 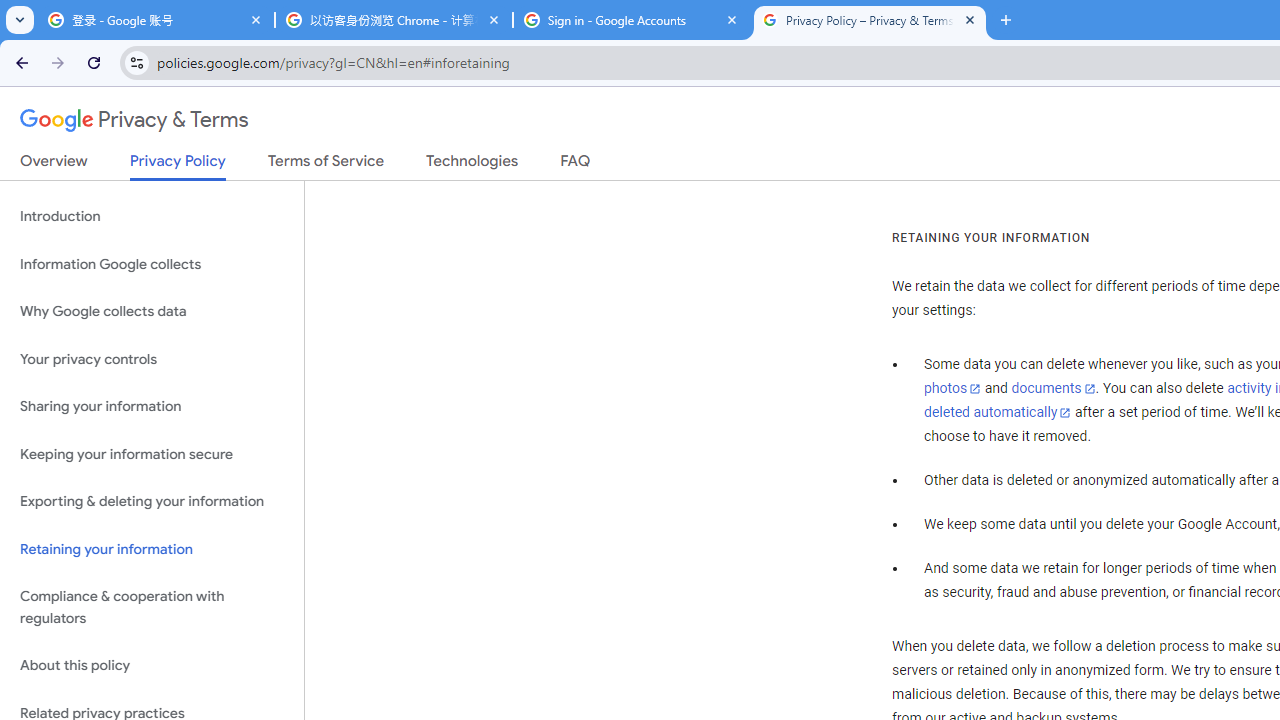 What do you see at coordinates (151, 501) in the screenshot?
I see `'Exporting & deleting your information'` at bounding box center [151, 501].